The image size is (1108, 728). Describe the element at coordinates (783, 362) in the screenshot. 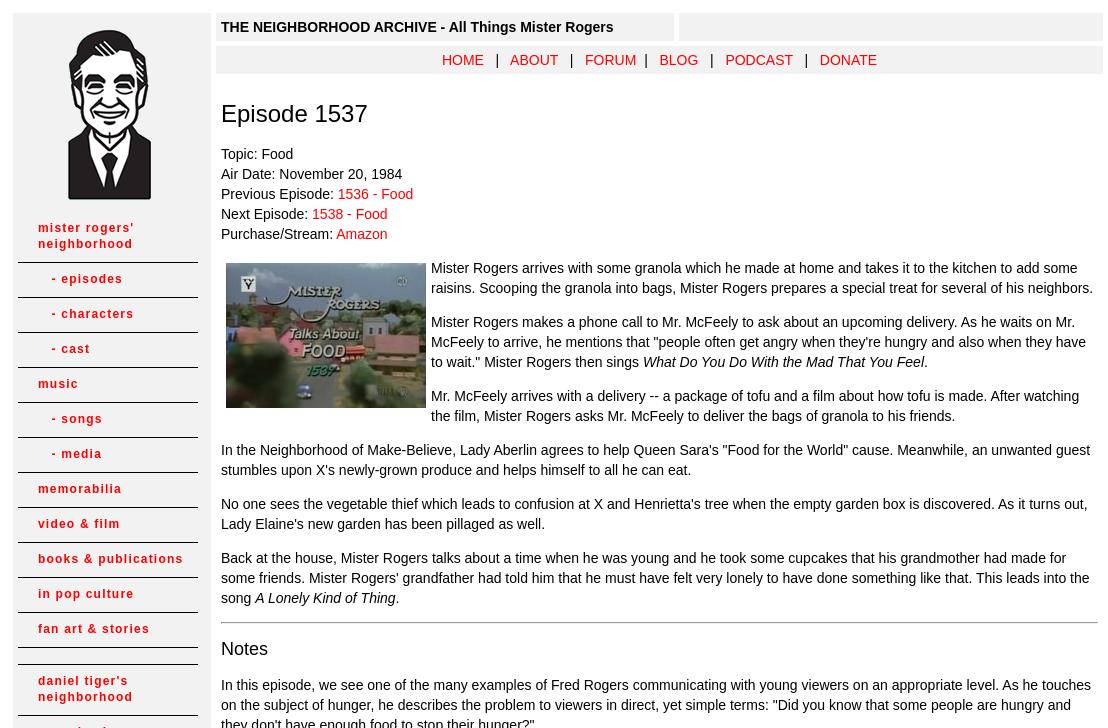

I see `'What Do You Do With the Mad That You Feel'` at that location.